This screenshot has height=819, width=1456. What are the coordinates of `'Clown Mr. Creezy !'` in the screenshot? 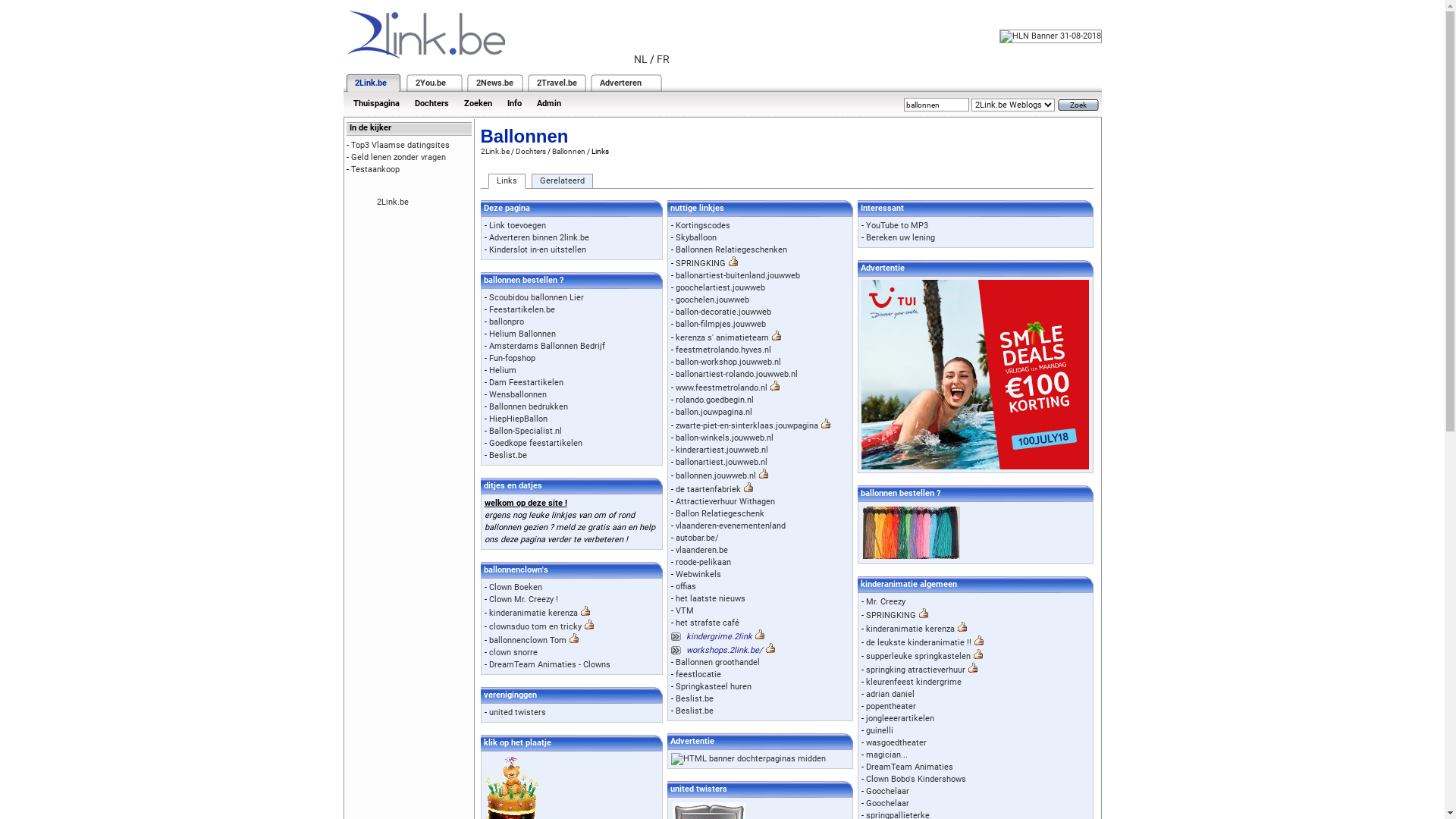 It's located at (522, 598).